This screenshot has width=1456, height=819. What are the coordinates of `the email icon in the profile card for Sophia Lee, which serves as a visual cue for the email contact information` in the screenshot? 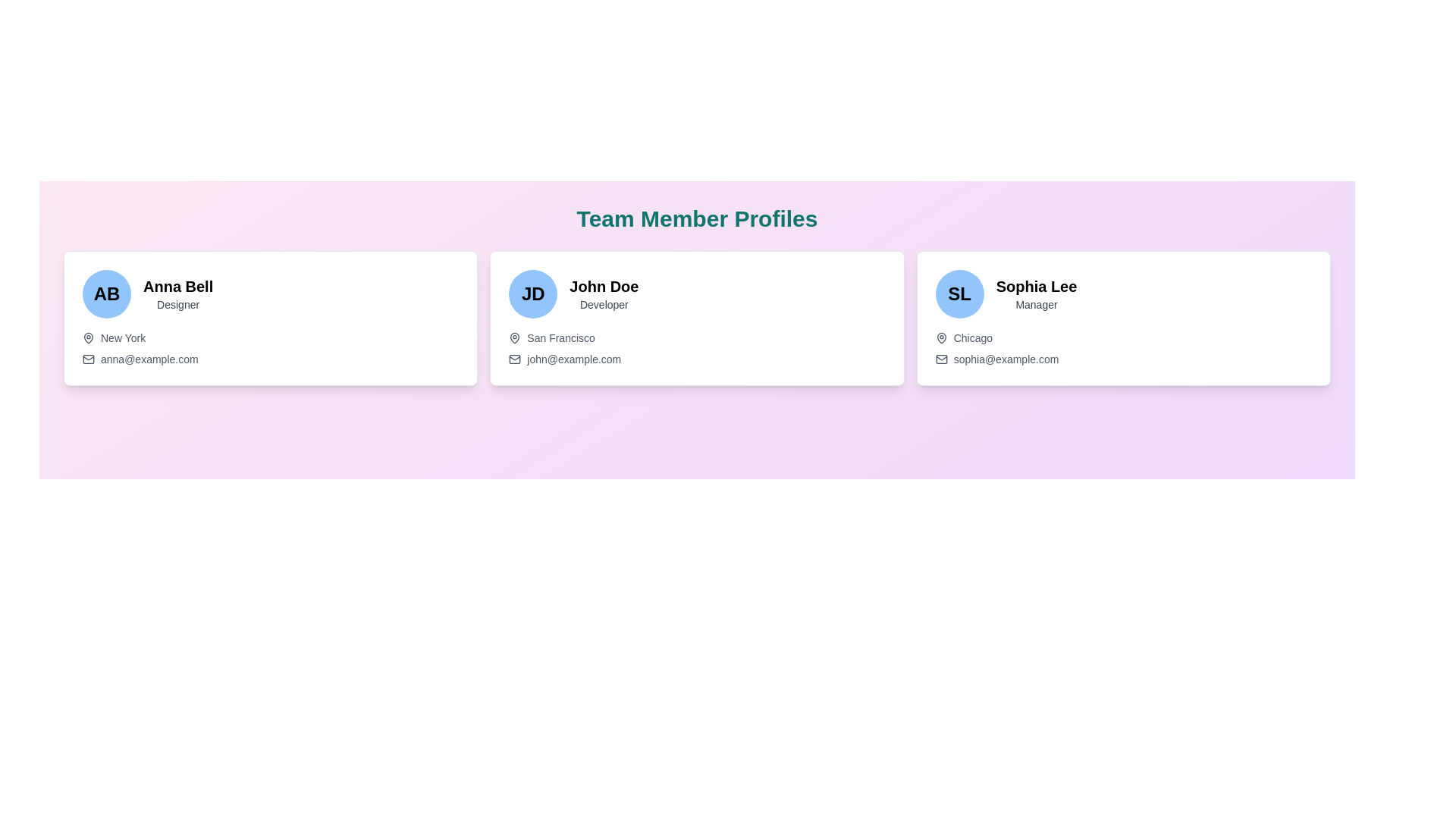 It's located at (940, 359).